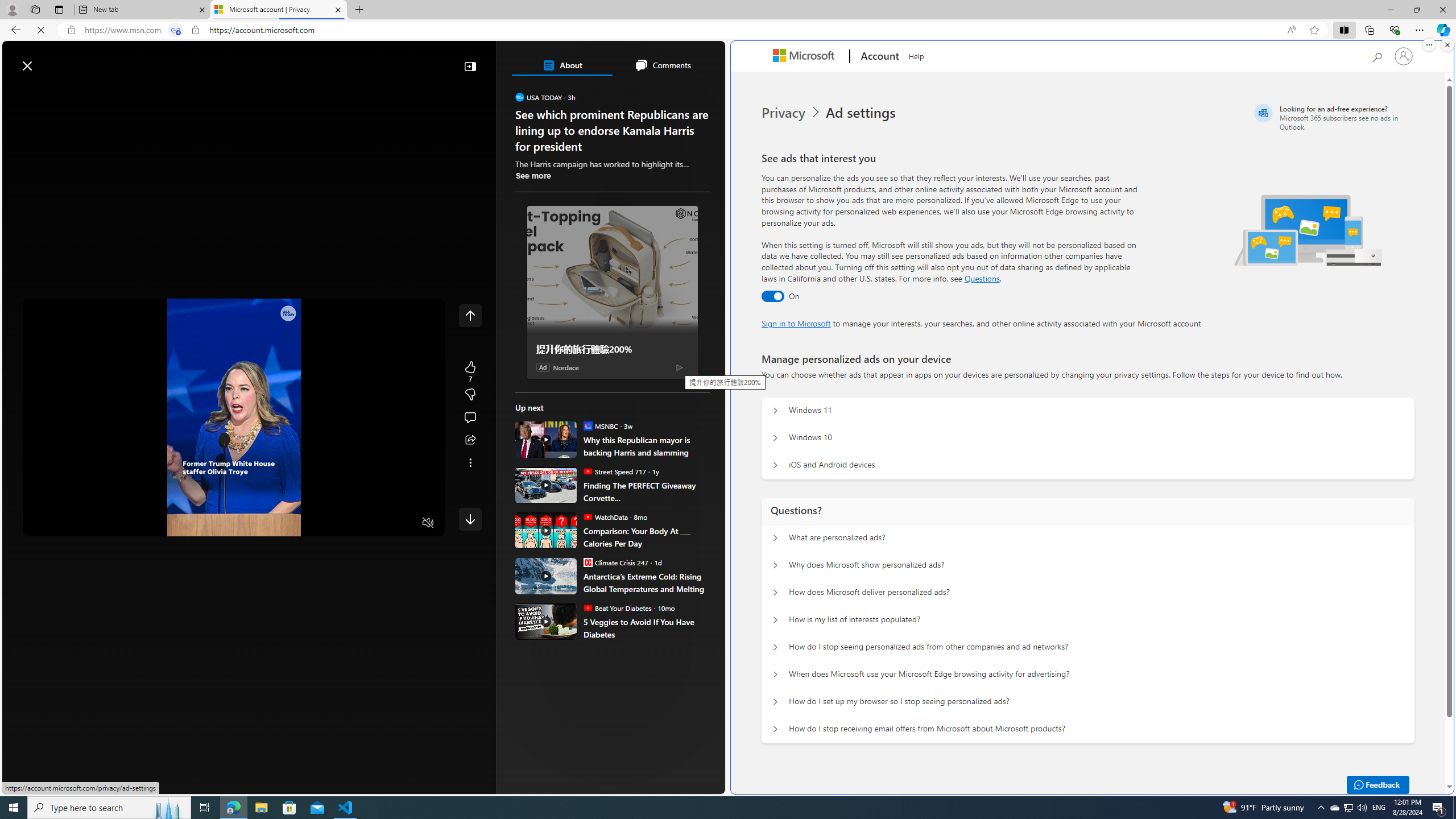 This screenshot has height=819, width=1456. I want to click on 'Quality Settings', so click(360, 523).